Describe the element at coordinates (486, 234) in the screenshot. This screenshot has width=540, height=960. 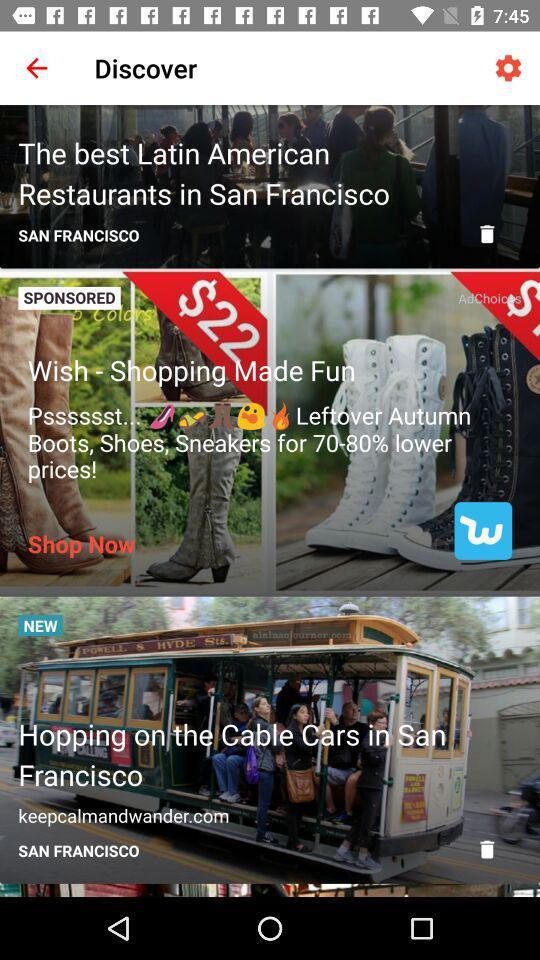
I see `delete` at that location.